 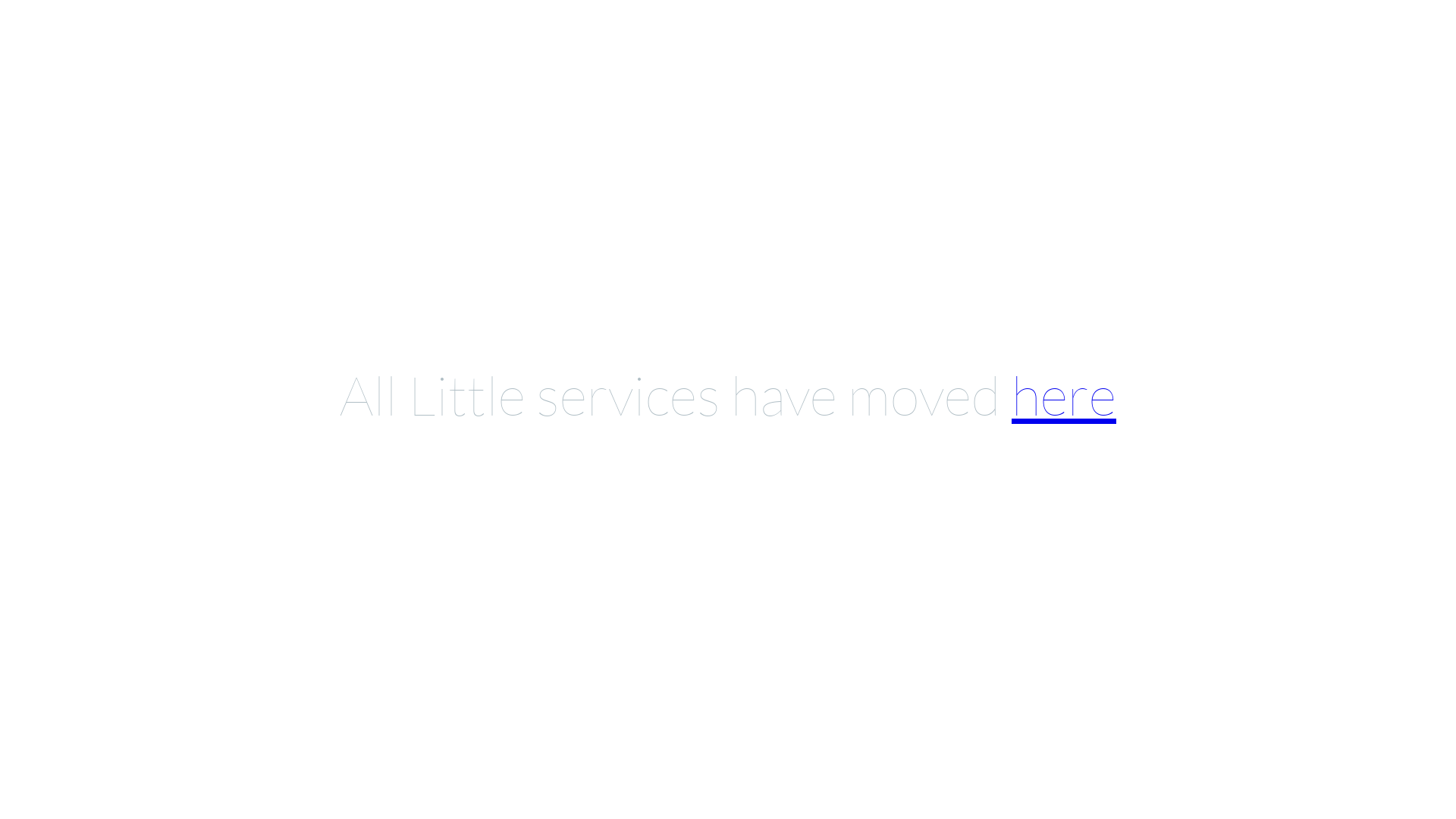 What do you see at coordinates (1062, 394) in the screenshot?
I see `'here'` at bounding box center [1062, 394].